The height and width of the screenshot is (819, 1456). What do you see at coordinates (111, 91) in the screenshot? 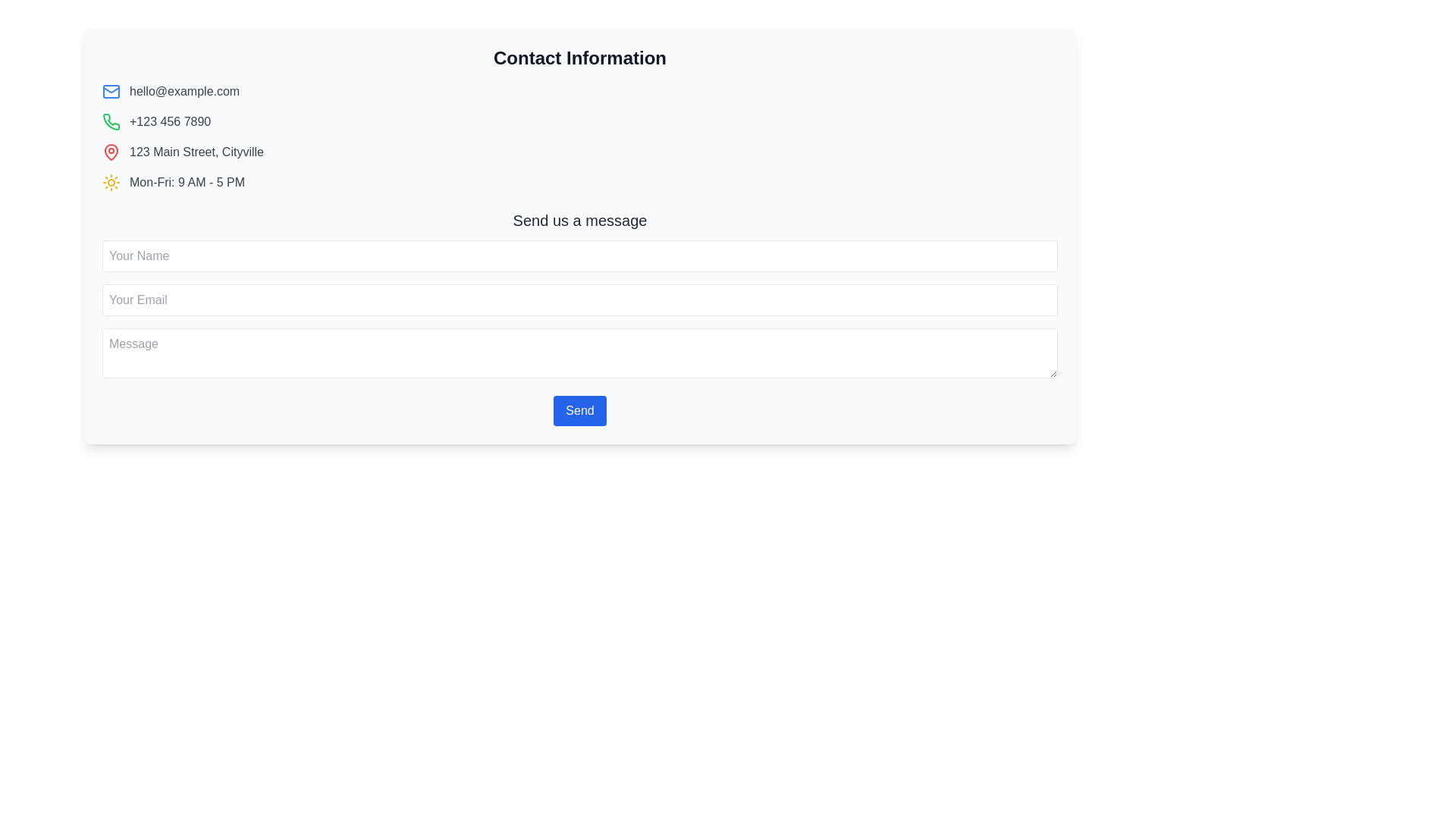
I see `the blue envelope-shaped email icon located next to 'hello@example.com'` at bounding box center [111, 91].